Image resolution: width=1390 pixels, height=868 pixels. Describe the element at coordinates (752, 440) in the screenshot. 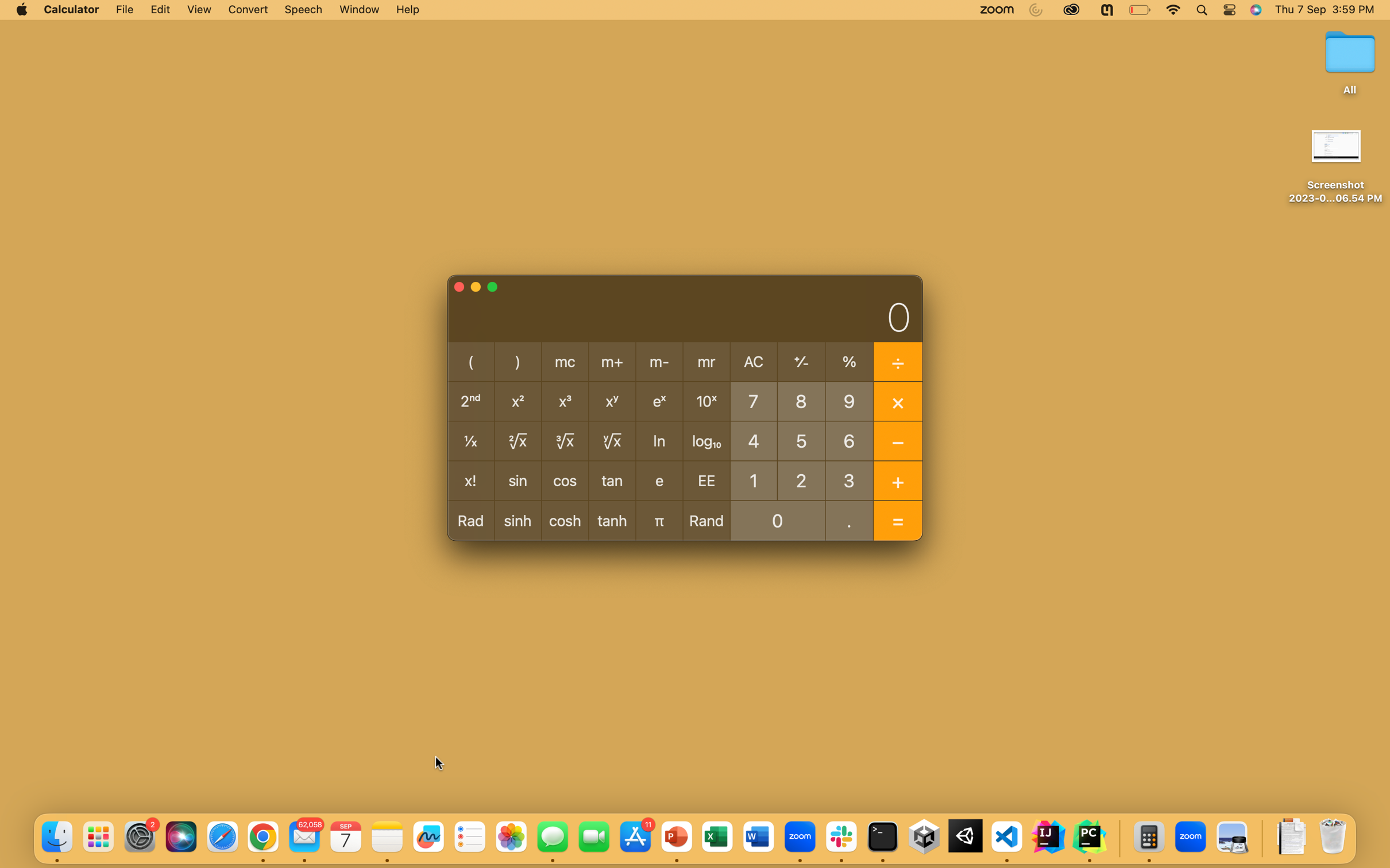

I see `Calculate the sine of 45 degrees` at that location.